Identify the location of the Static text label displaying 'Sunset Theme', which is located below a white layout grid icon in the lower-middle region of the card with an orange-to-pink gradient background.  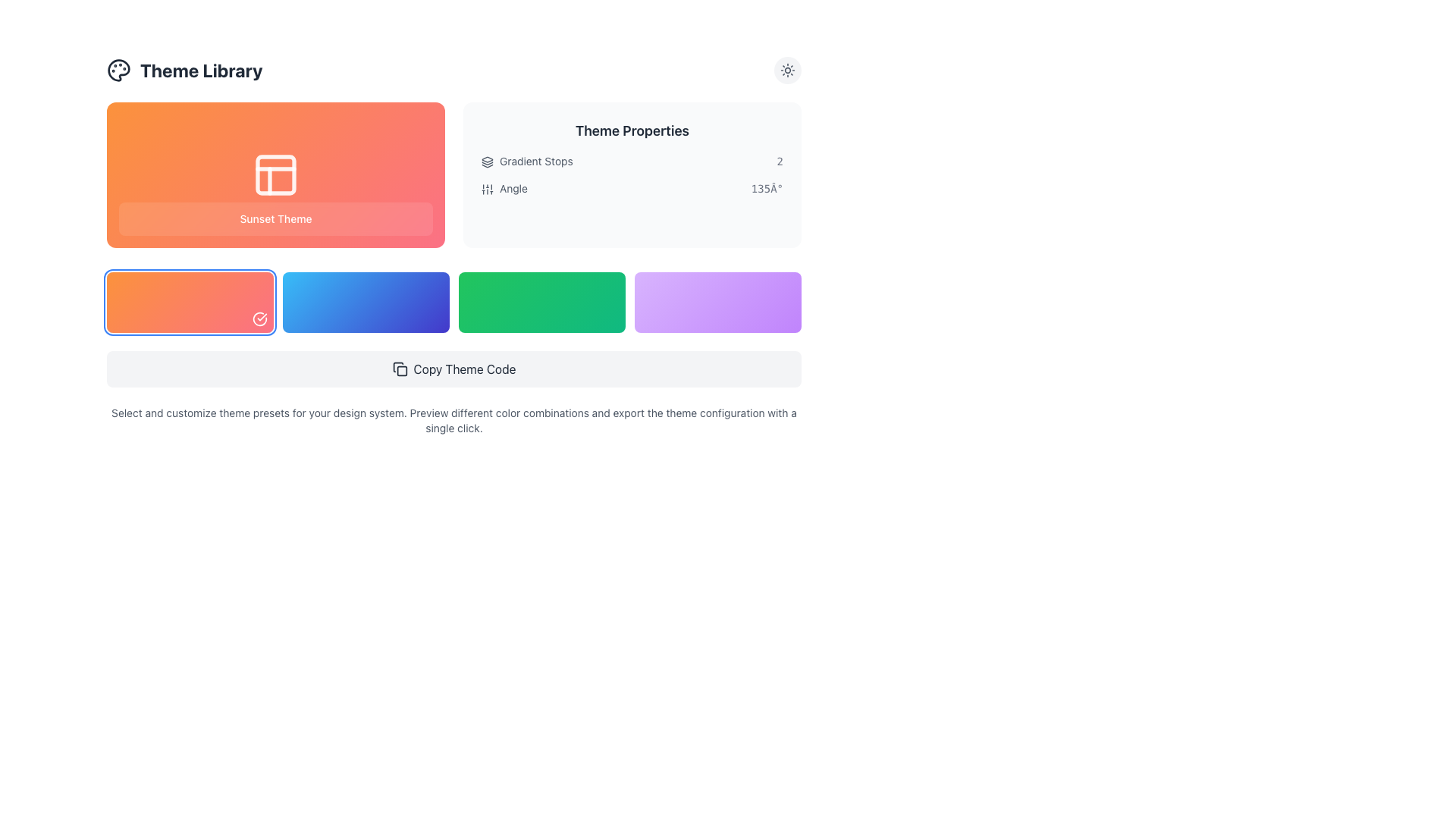
(276, 219).